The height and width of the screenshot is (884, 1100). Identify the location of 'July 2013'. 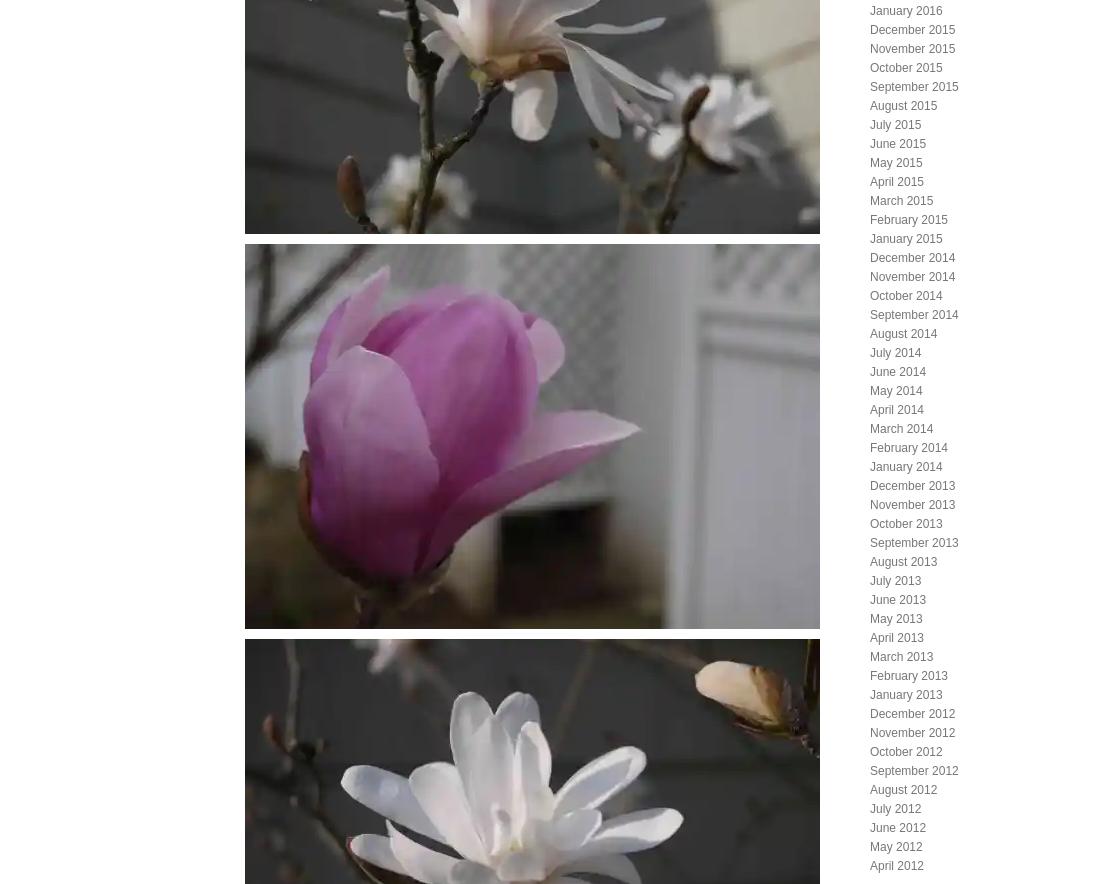
(868, 579).